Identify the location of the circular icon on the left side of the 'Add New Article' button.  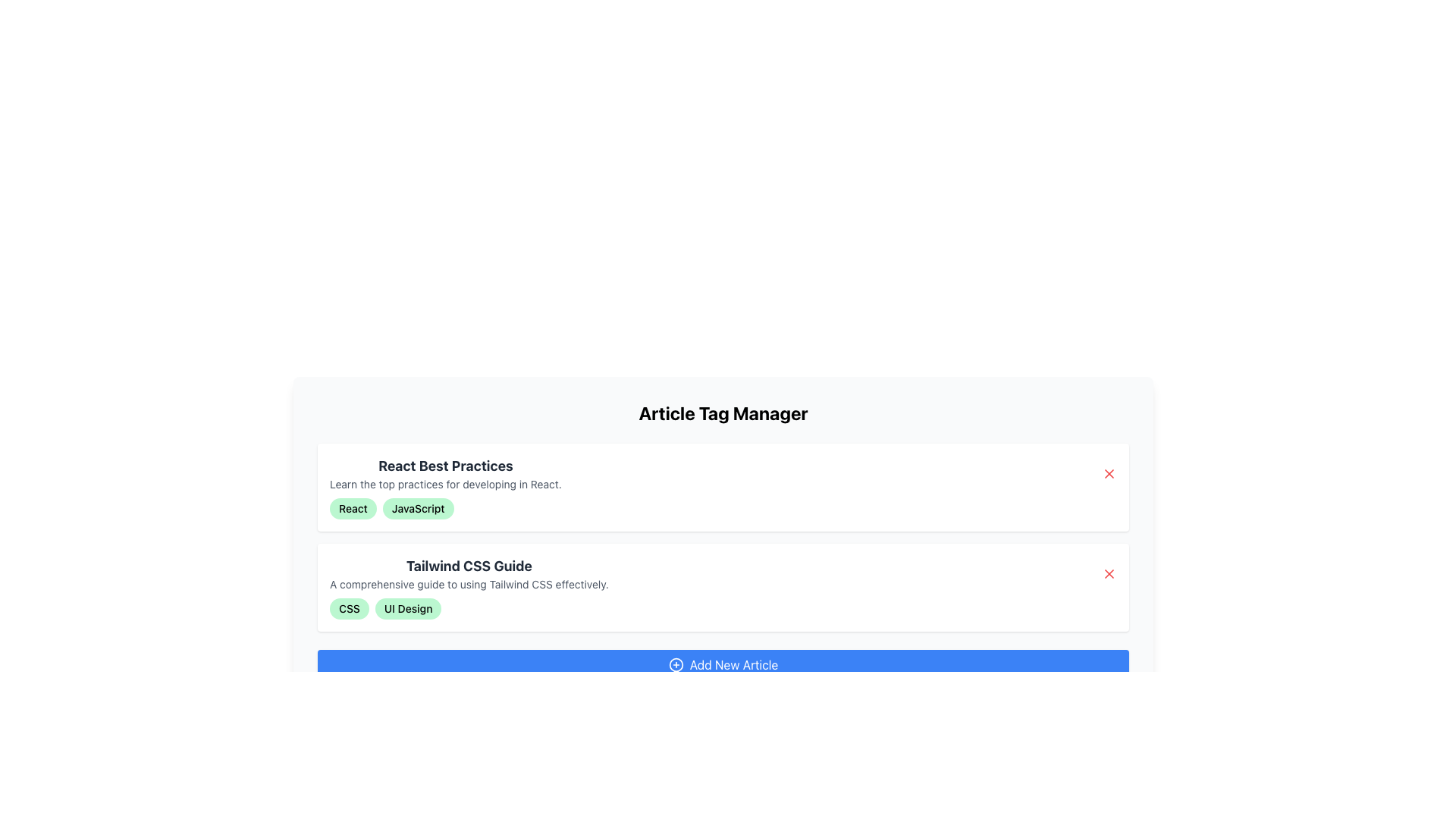
(675, 664).